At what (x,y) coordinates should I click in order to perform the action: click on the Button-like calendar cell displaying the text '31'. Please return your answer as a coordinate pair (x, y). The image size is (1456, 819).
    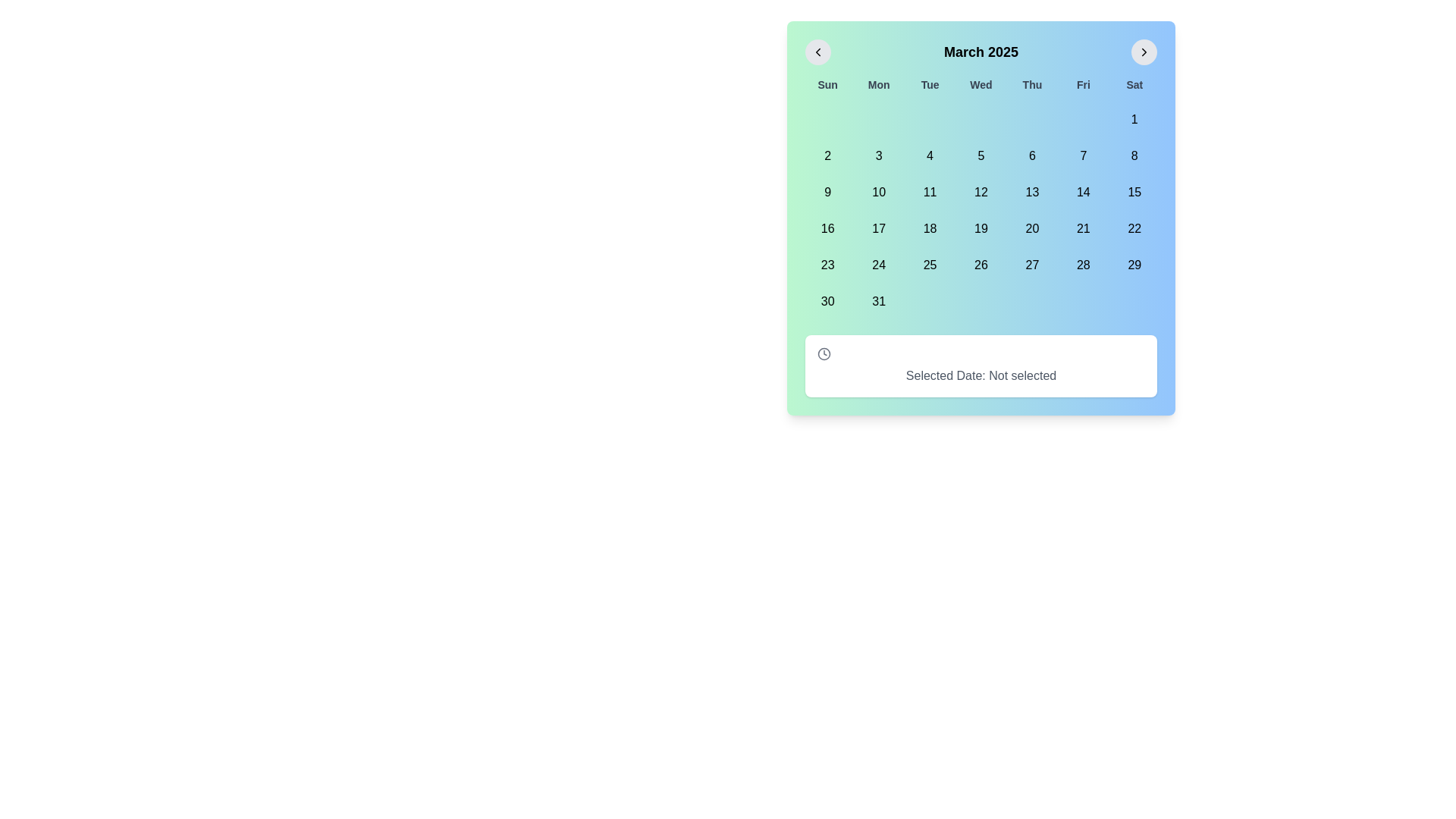
    Looking at the image, I should click on (879, 301).